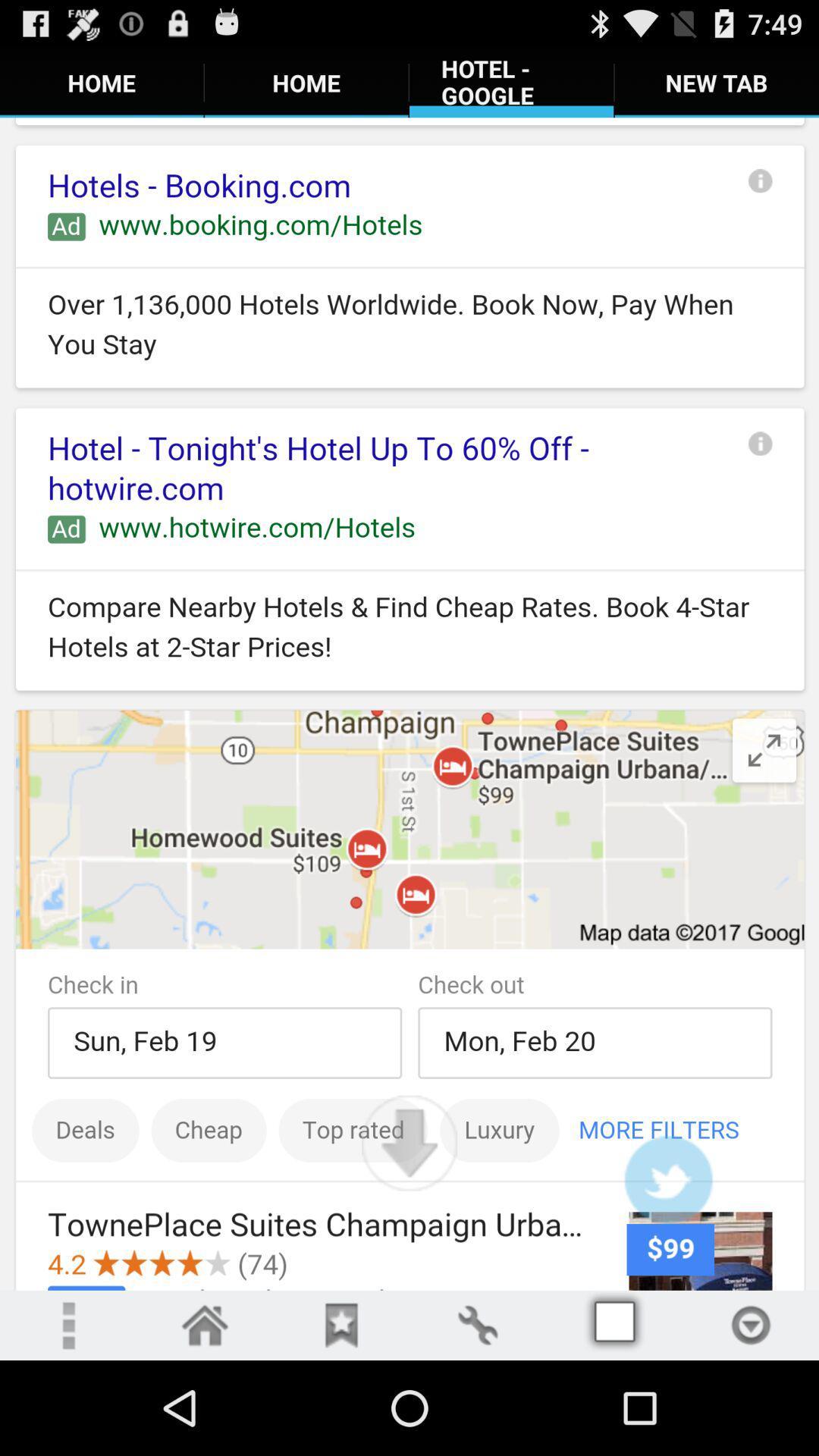 The image size is (819, 1456). What do you see at coordinates (67, 1324) in the screenshot?
I see `menu` at bounding box center [67, 1324].